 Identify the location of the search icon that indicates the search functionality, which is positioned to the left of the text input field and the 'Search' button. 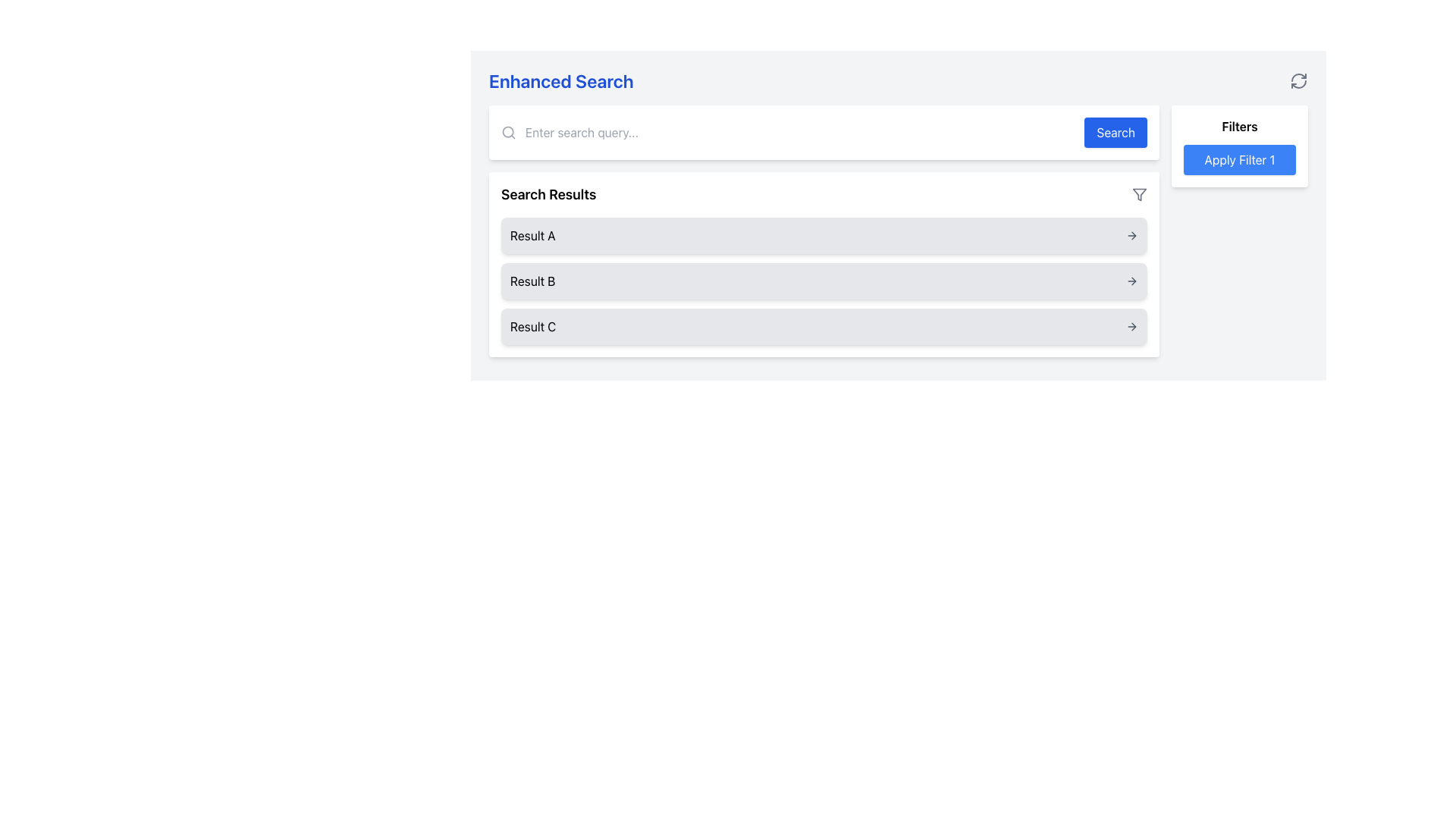
(509, 131).